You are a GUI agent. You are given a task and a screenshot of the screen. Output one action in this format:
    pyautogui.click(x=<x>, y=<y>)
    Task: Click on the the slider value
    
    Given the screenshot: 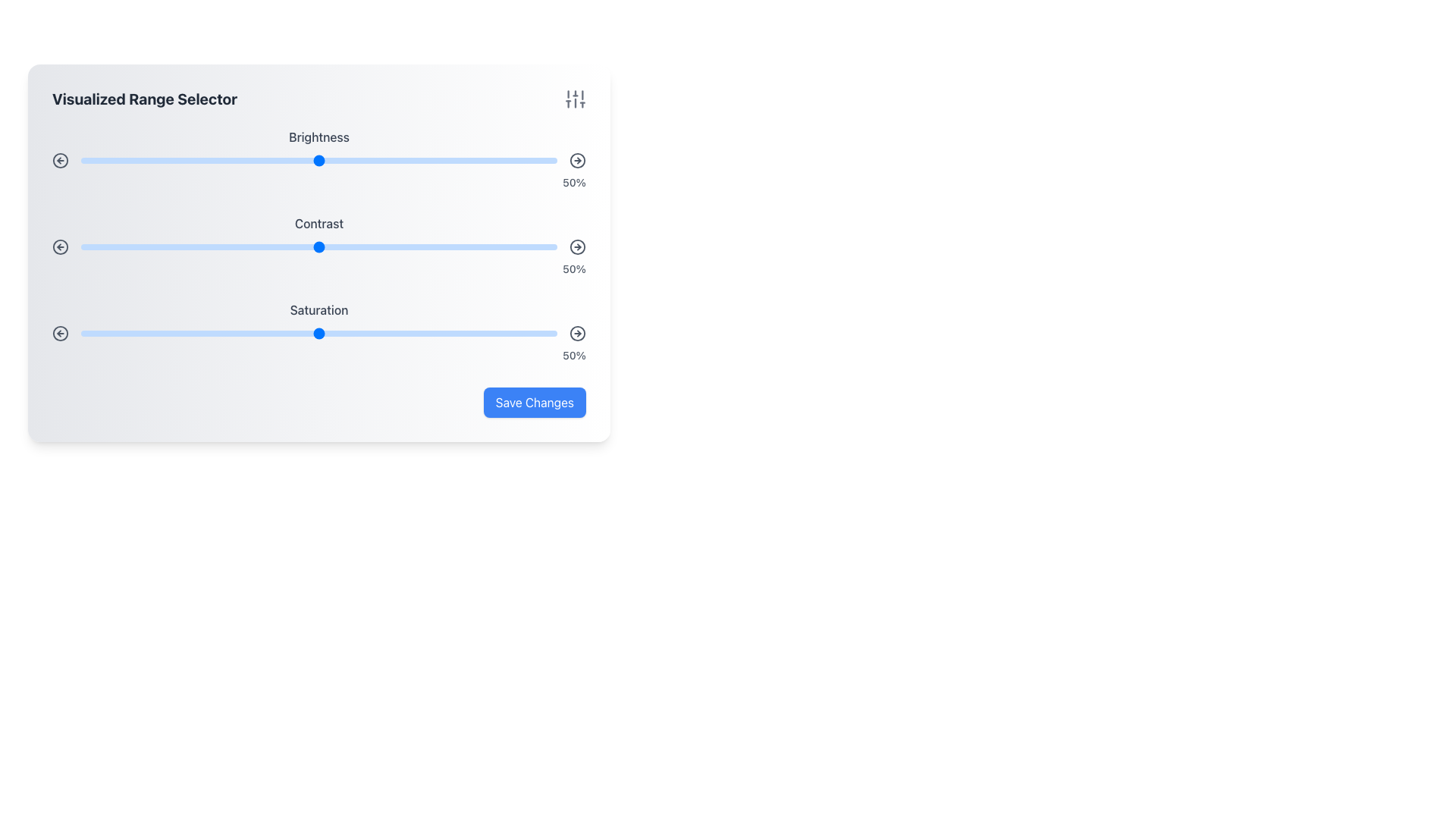 What is the action you would take?
    pyautogui.click(x=128, y=246)
    